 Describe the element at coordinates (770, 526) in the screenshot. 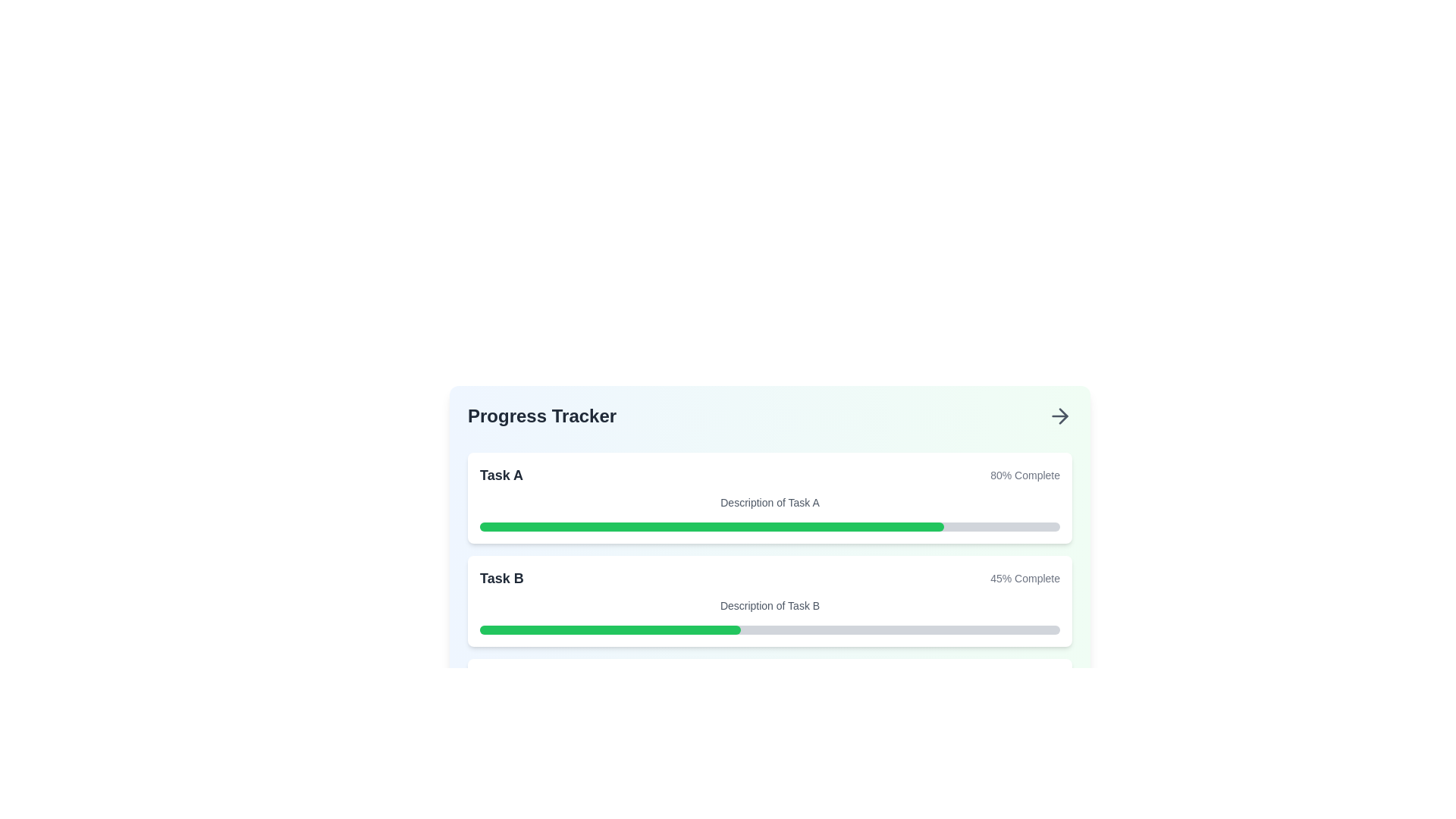

I see `the horizontal progress bar indicating 80% progress, located below 'Description of Task A' and within the 'Task A 80% Complete' card` at that location.